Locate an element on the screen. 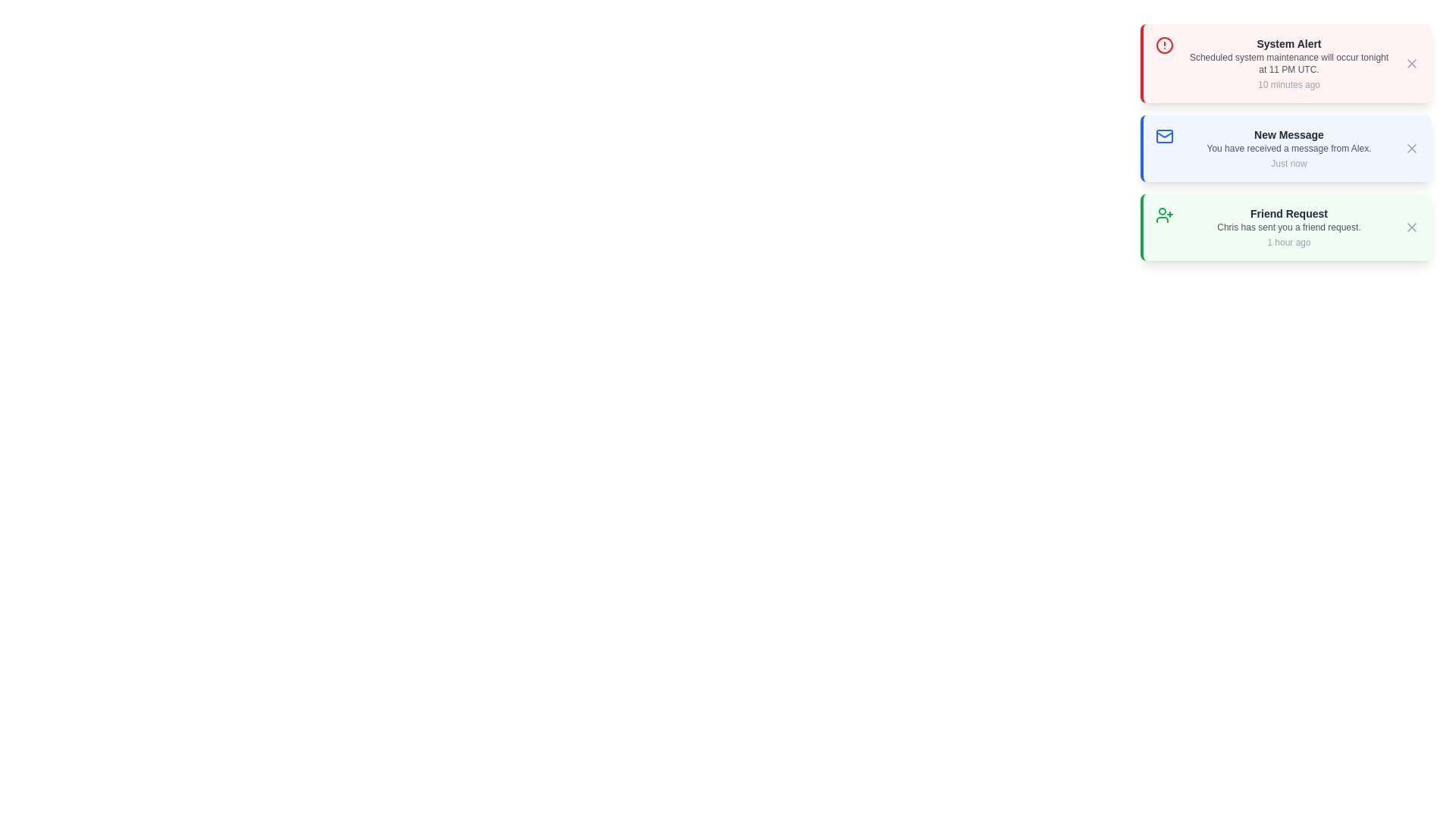  the small envelope icon with a blue border located at the top-left side of the 'New Message' notification box is located at coordinates (1164, 136).